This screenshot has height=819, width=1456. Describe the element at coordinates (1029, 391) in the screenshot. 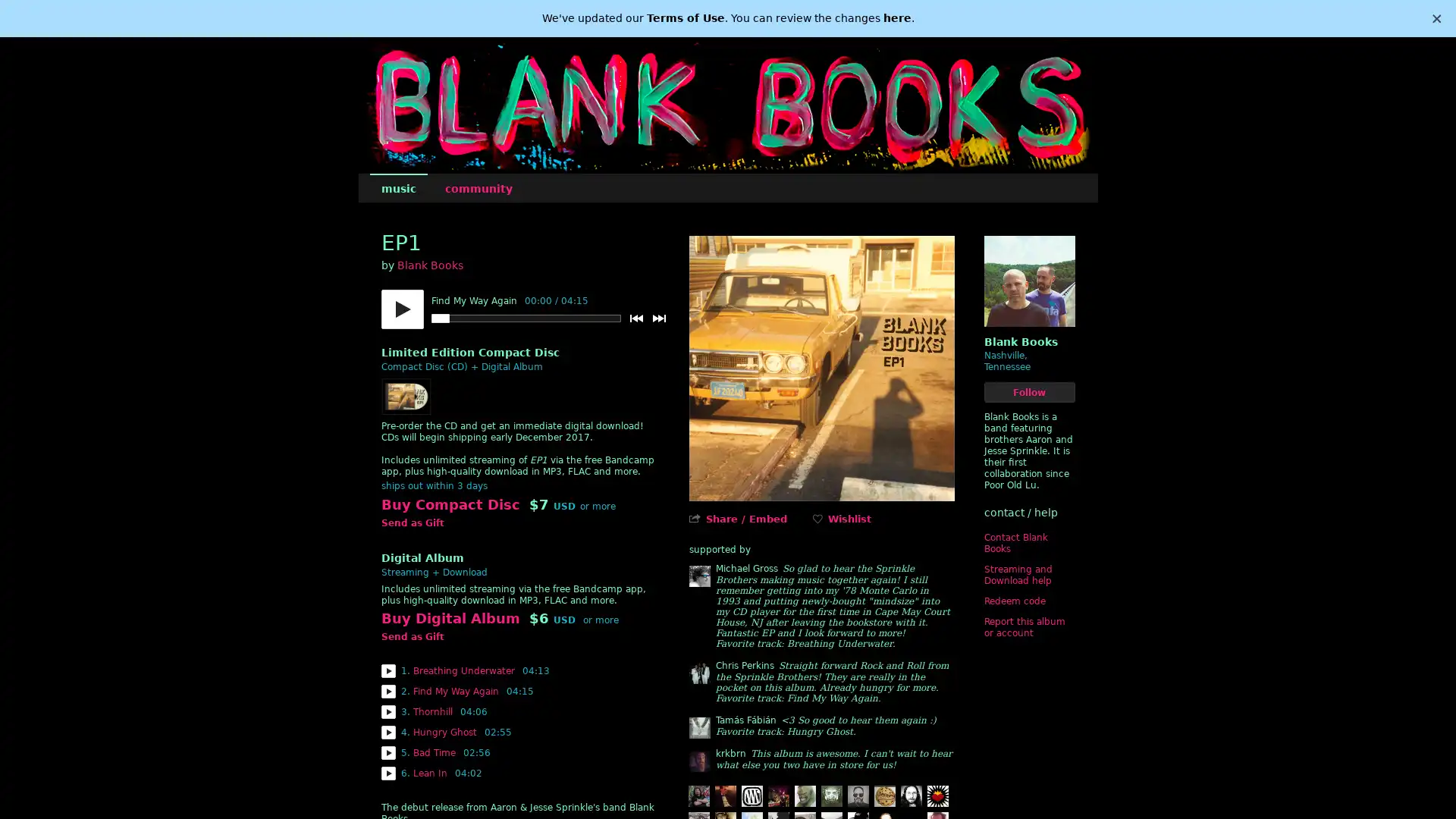

I see `Follow` at that location.